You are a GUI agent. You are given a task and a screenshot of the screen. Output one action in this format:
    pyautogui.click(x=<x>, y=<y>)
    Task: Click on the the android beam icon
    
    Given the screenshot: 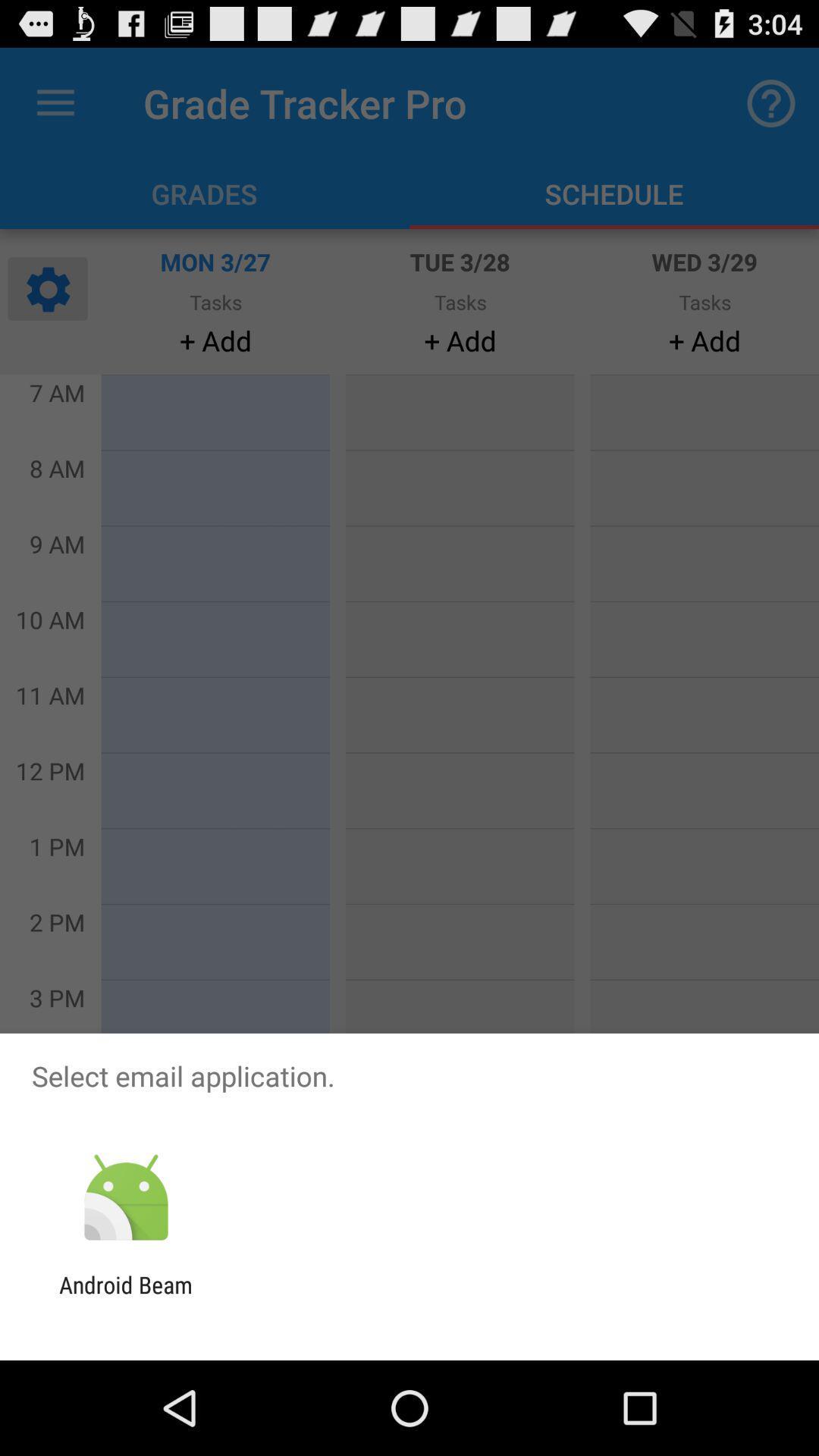 What is the action you would take?
    pyautogui.click(x=125, y=1298)
    